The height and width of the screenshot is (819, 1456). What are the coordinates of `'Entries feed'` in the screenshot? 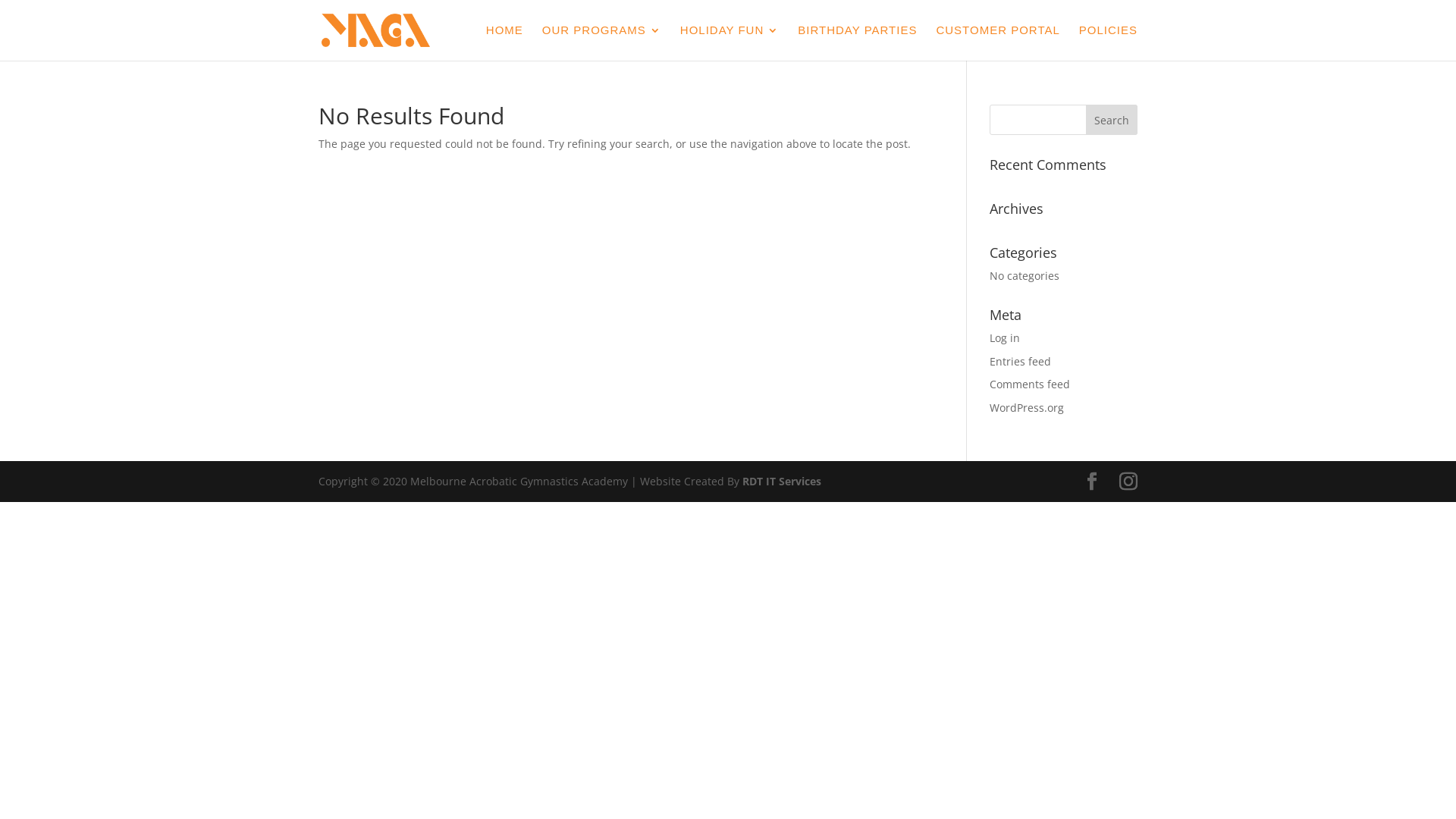 It's located at (1020, 361).